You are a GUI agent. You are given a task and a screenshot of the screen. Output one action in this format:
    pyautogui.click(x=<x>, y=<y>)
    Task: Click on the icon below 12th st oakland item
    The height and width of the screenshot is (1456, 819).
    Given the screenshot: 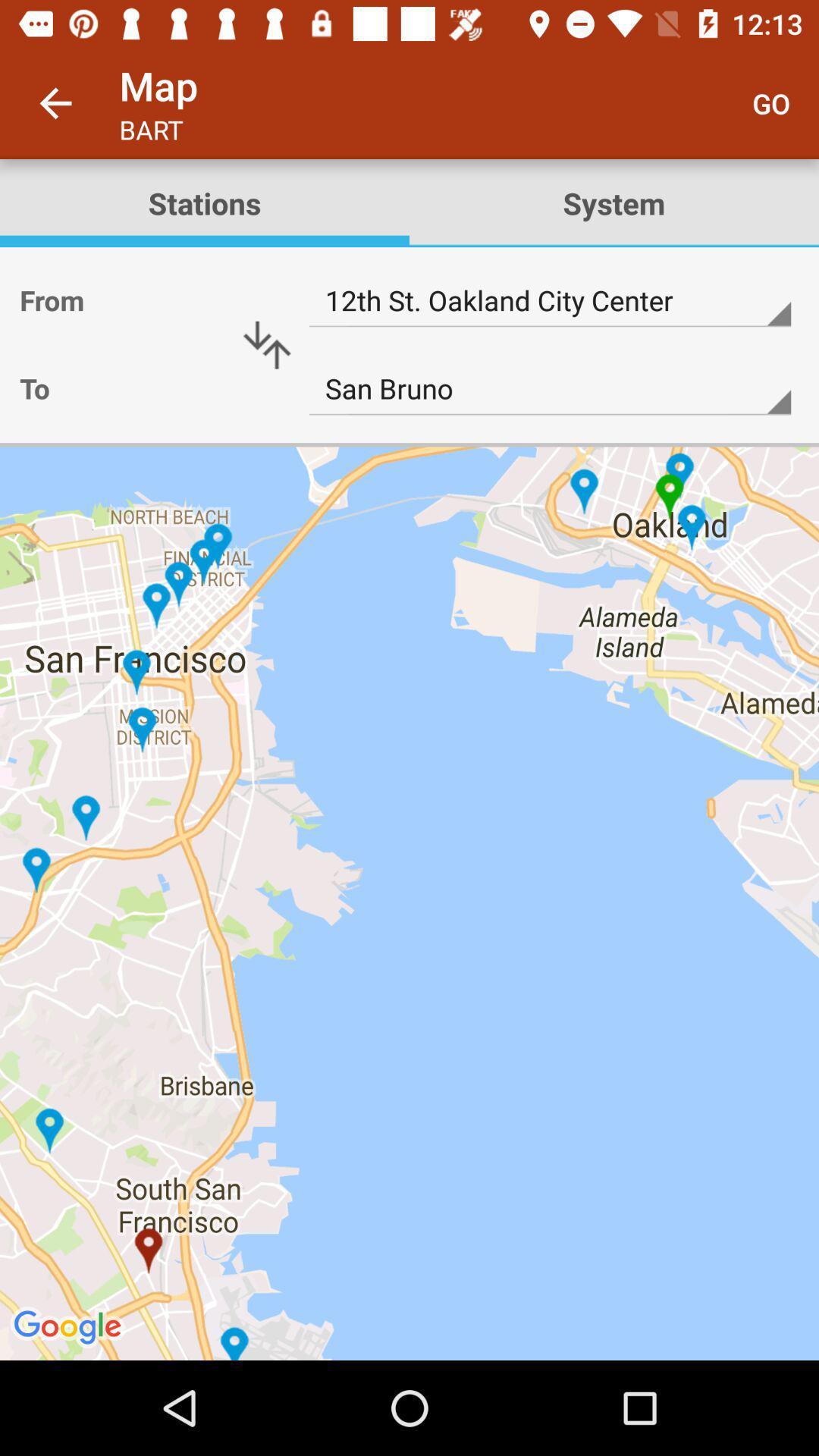 What is the action you would take?
    pyautogui.click(x=550, y=389)
    